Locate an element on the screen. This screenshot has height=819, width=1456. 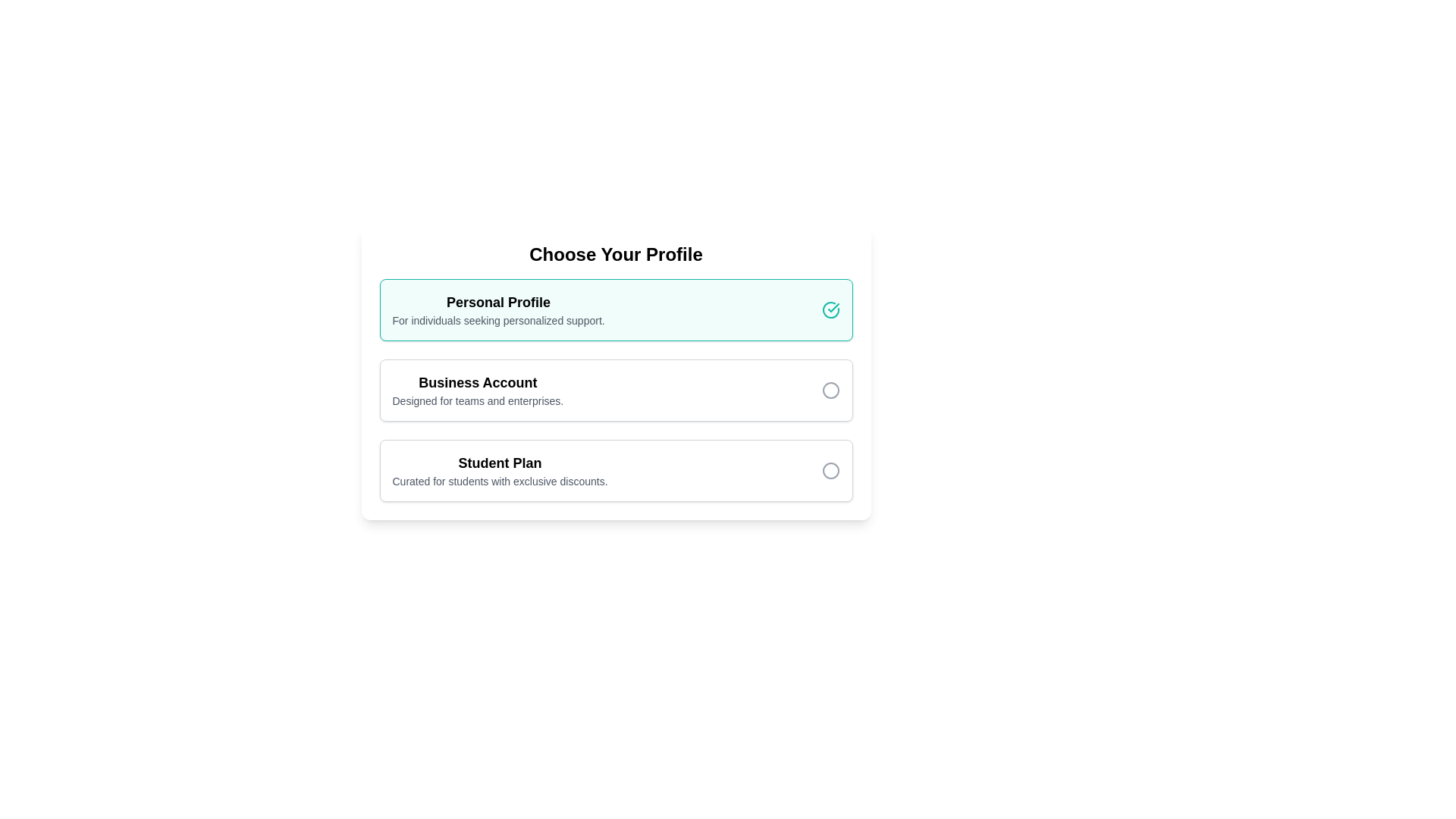
the text element that reads 'For individuals seeking personalized support.' located directly under the 'Personal Profile' title in the selected option box is located at coordinates (498, 320).